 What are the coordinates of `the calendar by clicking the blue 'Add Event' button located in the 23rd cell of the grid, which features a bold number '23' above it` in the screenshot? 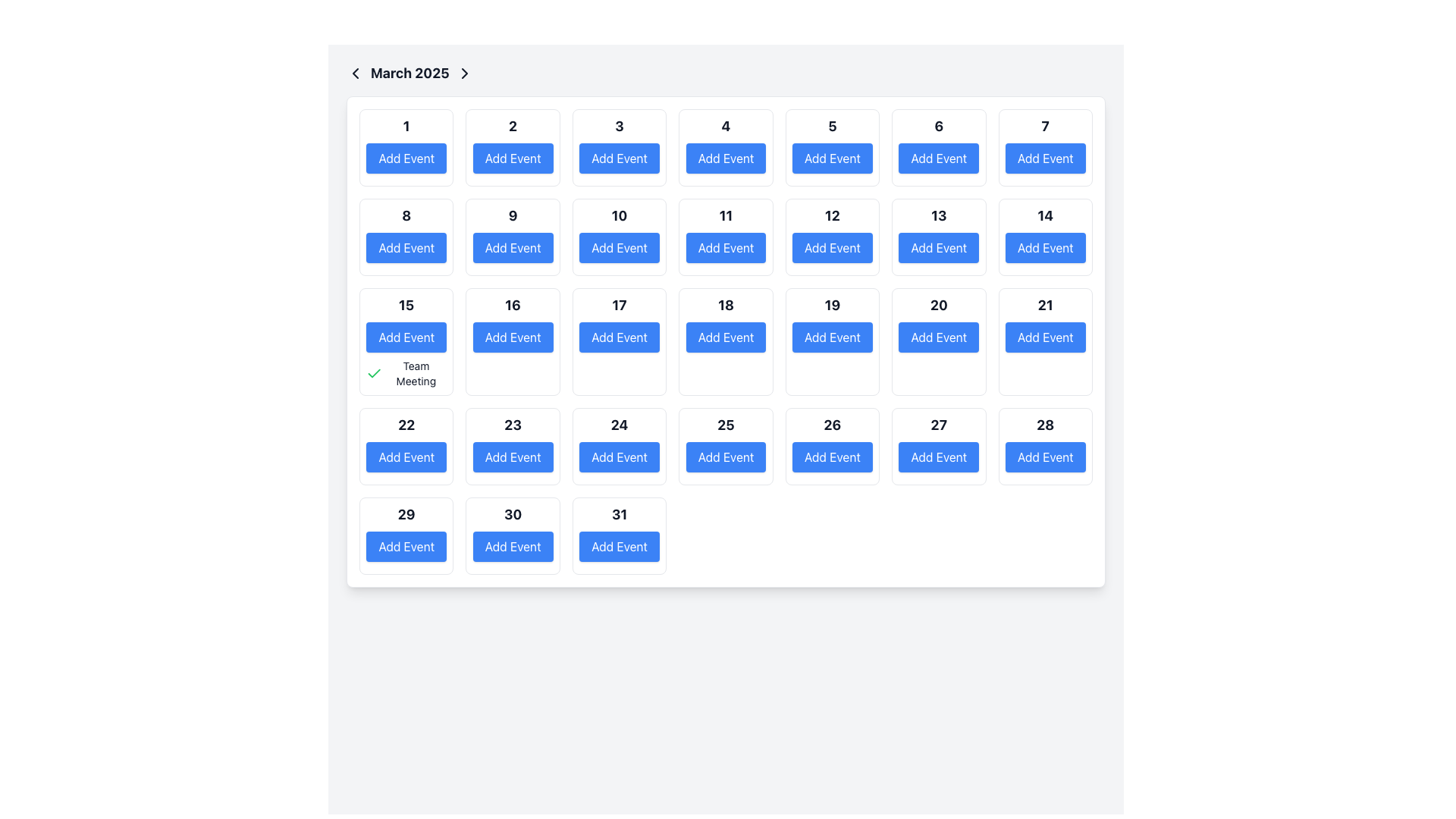 It's located at (513, 446).